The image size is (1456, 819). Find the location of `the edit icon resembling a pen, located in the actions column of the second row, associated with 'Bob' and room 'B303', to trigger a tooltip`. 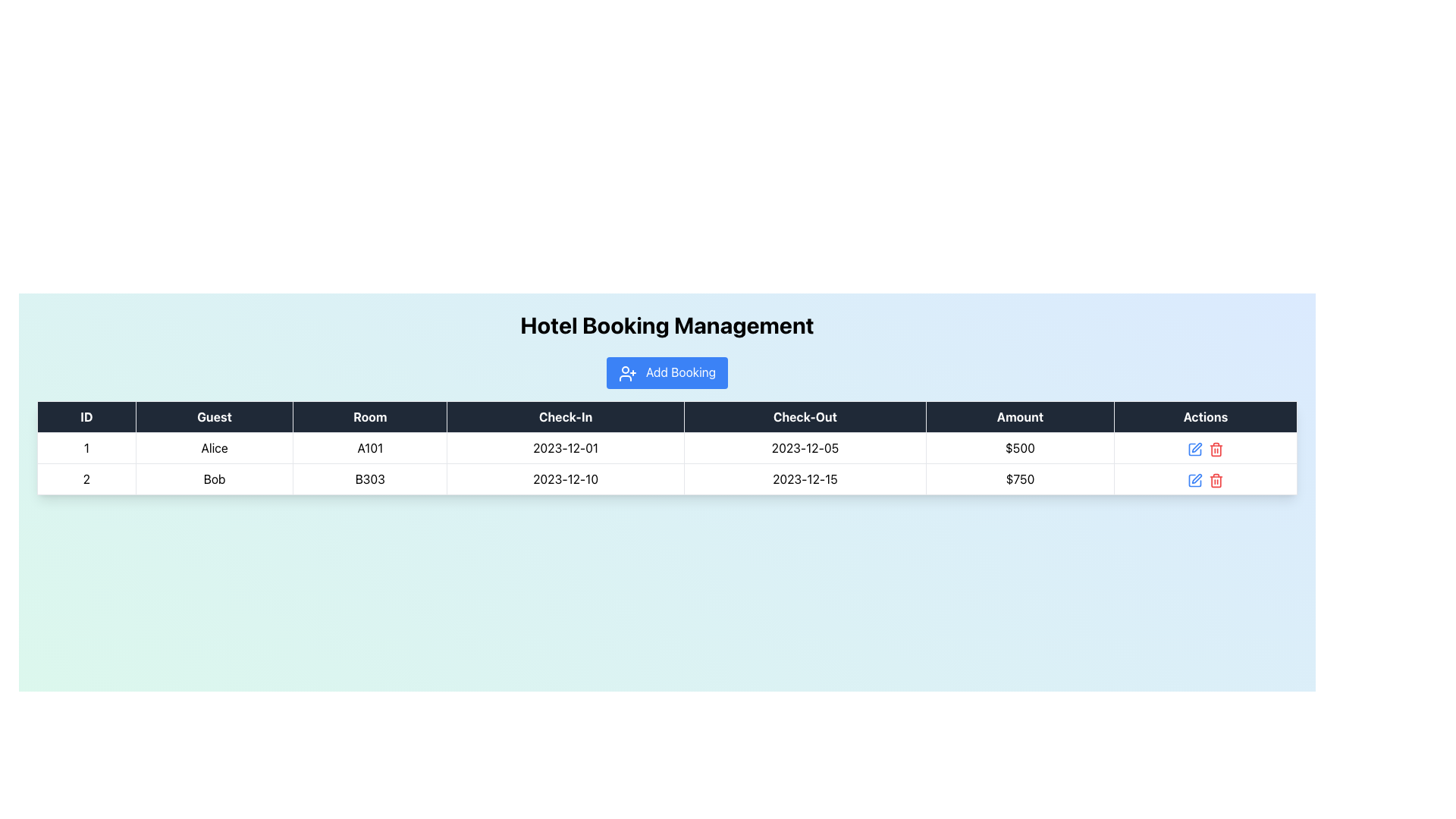

the edit icon resembling a pen, located in the actions column of the second row, associated with 'Bob' and room 'B303', to trigger a tooltip is located at coordinates (1196, 479).